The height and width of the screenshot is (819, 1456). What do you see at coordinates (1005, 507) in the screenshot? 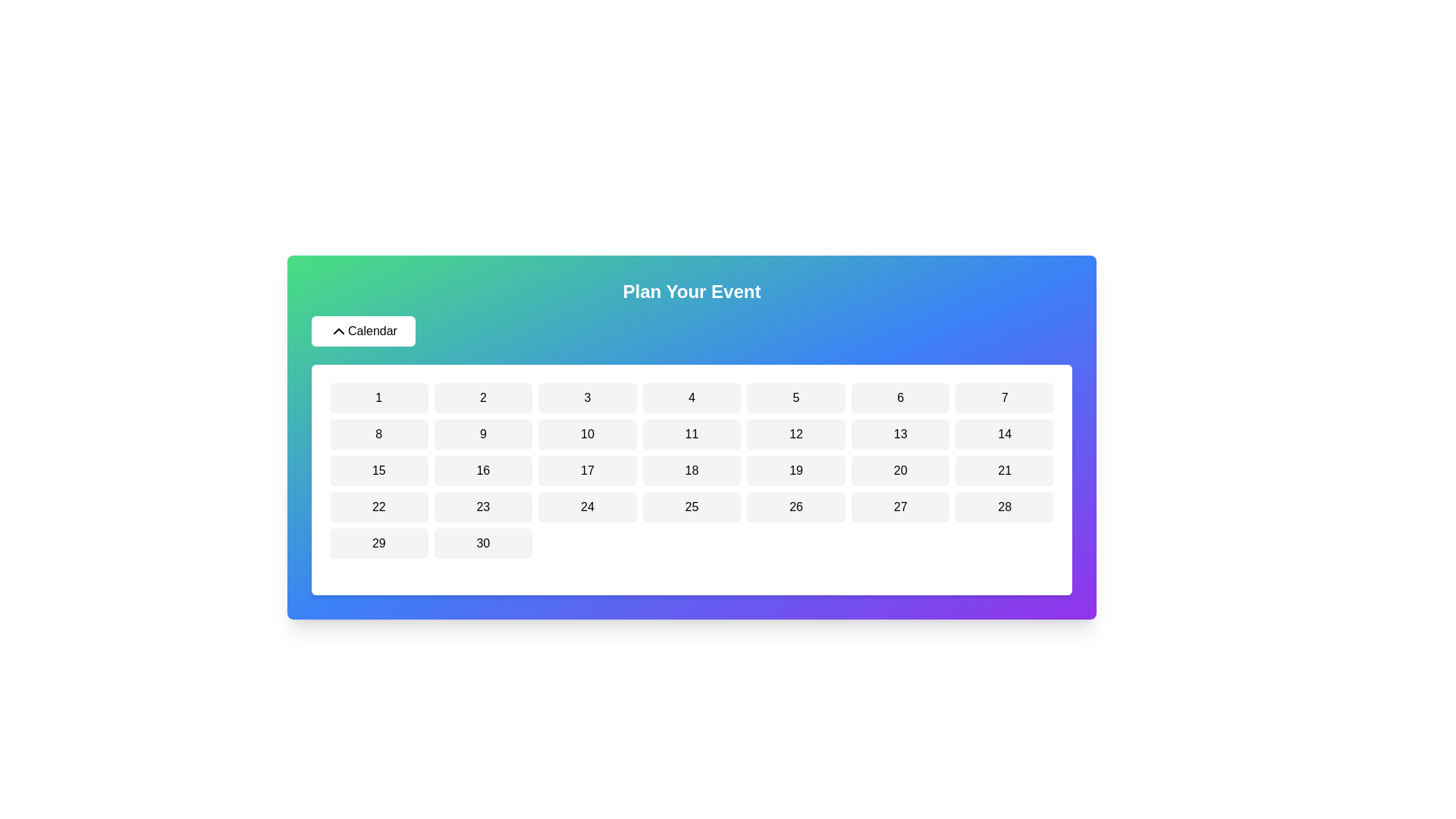
I see `the button corresponding to the number '28' located in the seventh column of the fifth row within the calendar layout` at bounding box center [1005, 507].